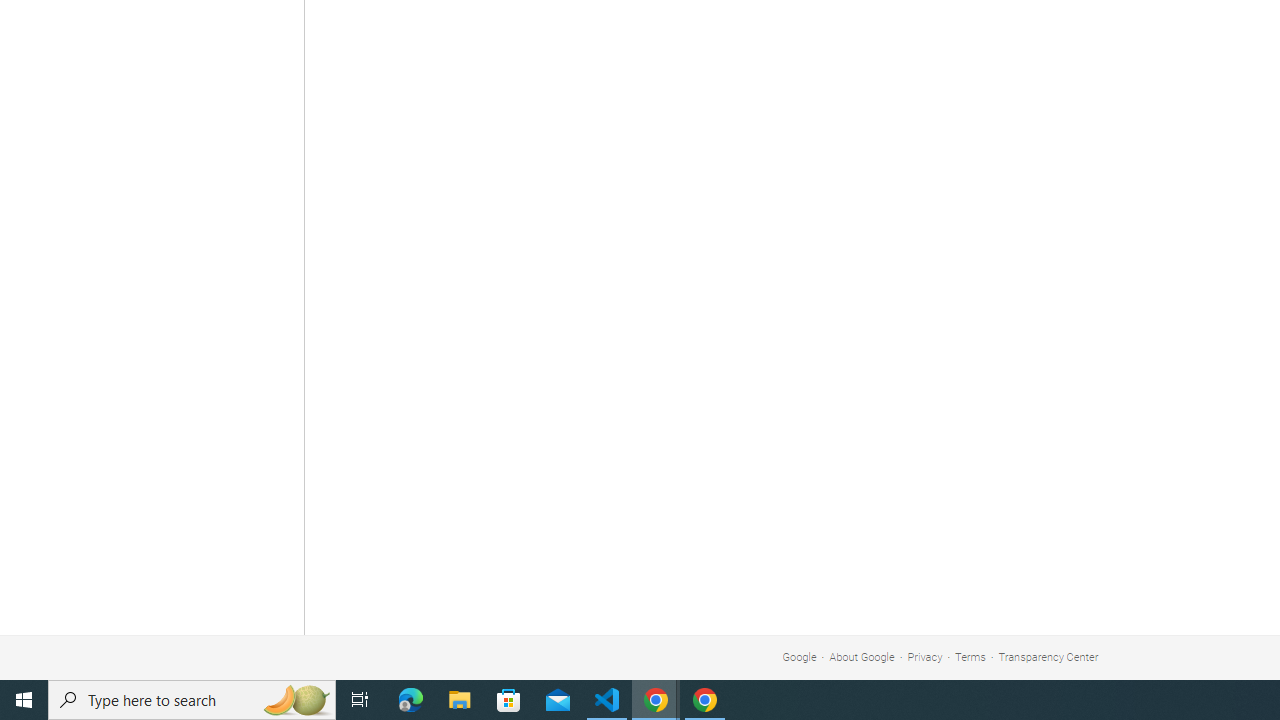  Describe the element at coordinates (862, 657) in the screenshot. I see `'About Google'` at that location.